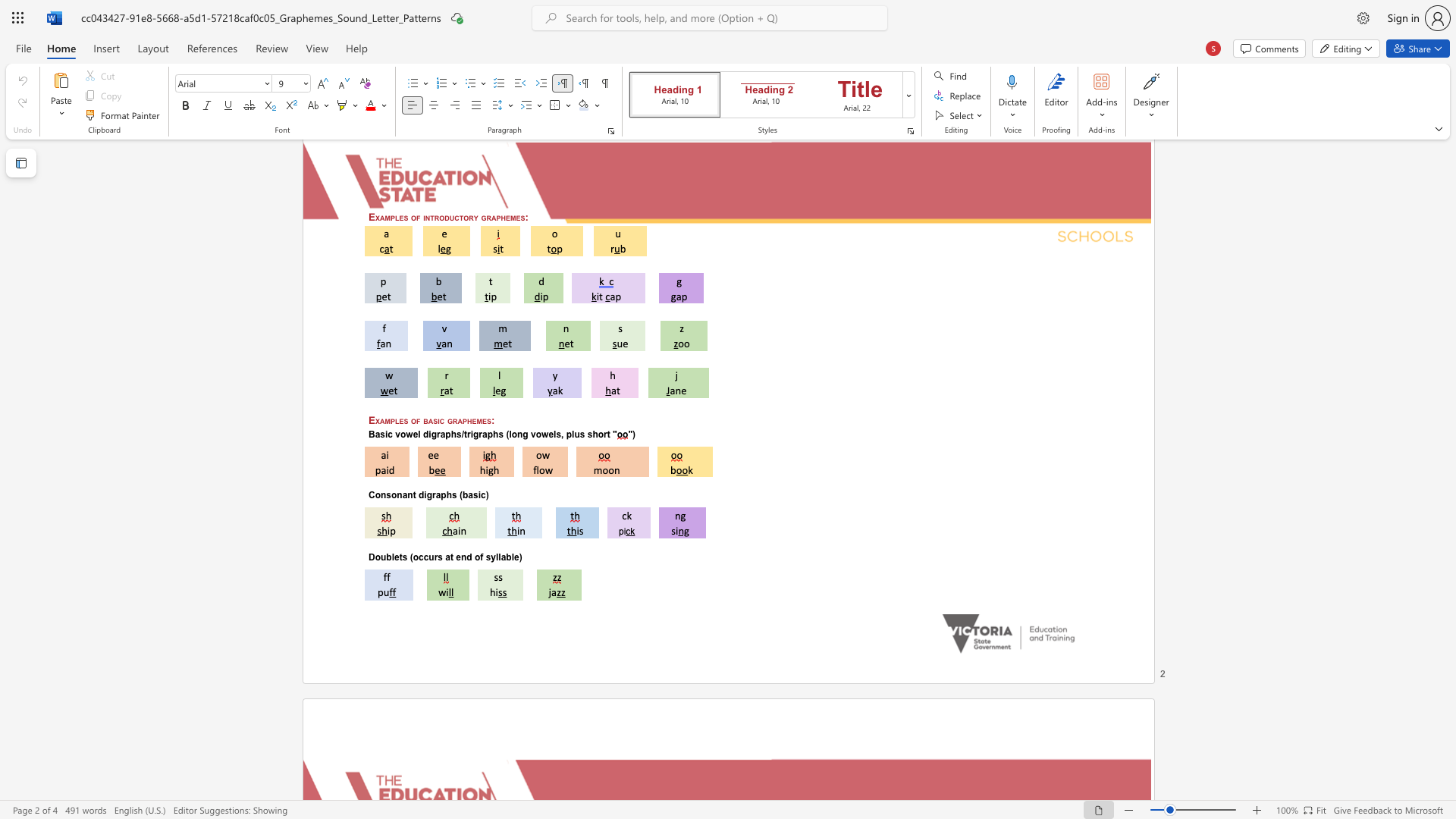  Describe the element at coordinates (506, 557) in the screenshot. I see `the subset text "bl" within the text "Doublets (occurs at end of syllable)"` at that location.